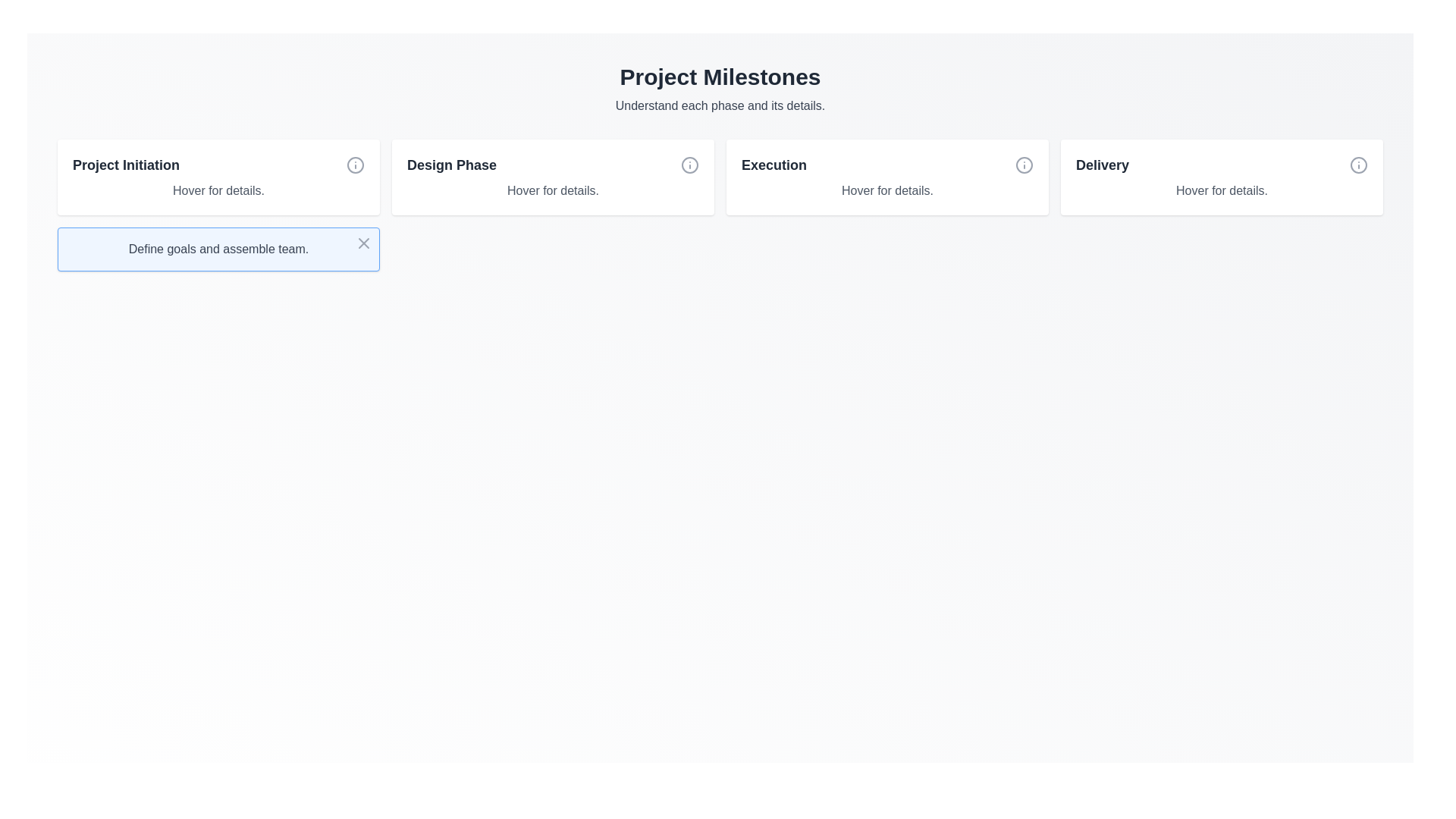 This screenshot has width=1456, height=819. Describe the element at coordinates (887, 190) in the screenshot. I see `the Text label providing instructions under the title 'Execution' in the third box of the four-column layout describing 'Project Milestones'` at that location.